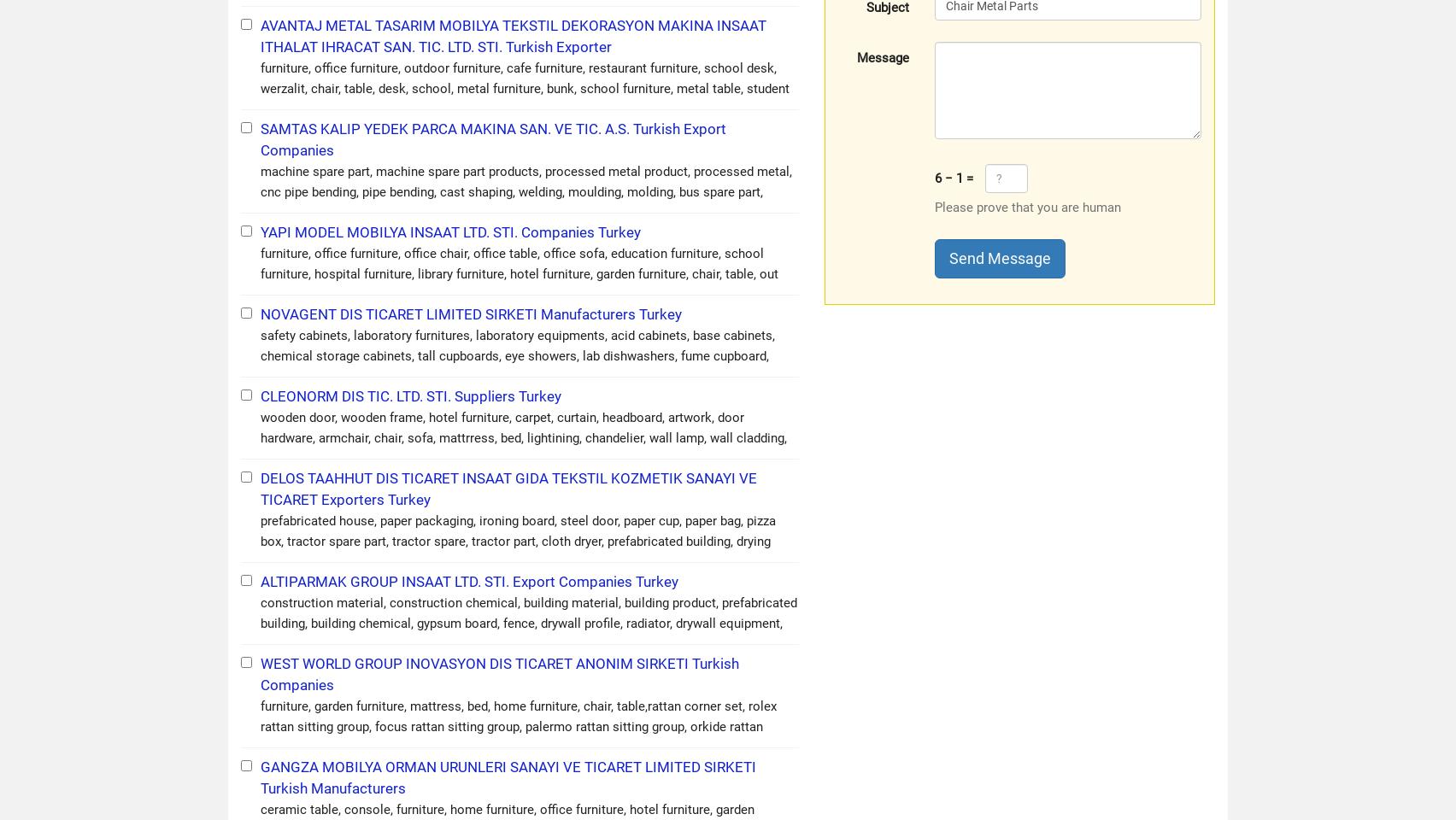 The image size is (1456, 820). What do you see at coordinates (523, 437) in the screenshot?
I see `'wooden door, wooden frame, hotel furniture, carpet, curtain, headboard, artwork, door hardware, armchair, chair, sofa, mattrress, bed, lightining, chandelier, wall lamp, wall cladding, walnut, oak, sa'` at bounding box center [523, 437].